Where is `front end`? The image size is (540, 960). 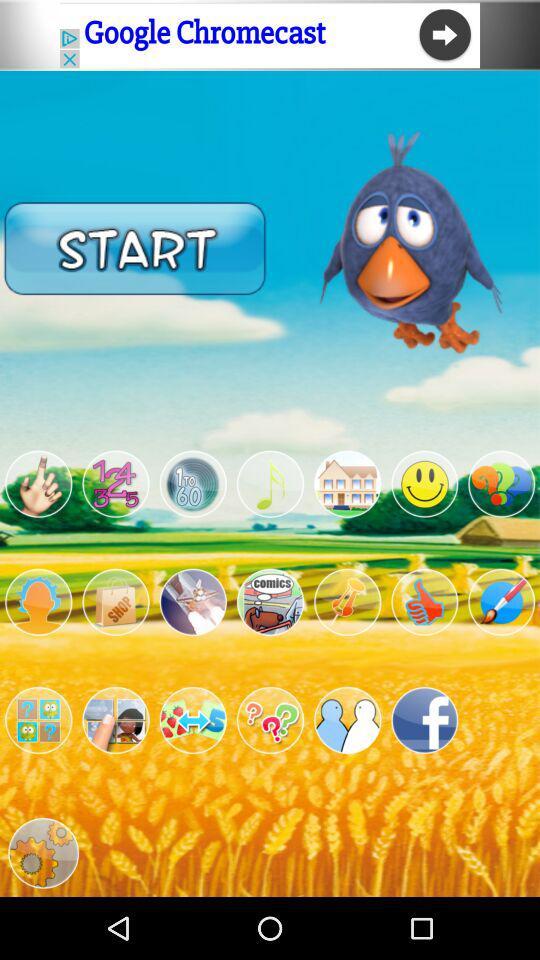
front end is located at coordinates (270, 720).